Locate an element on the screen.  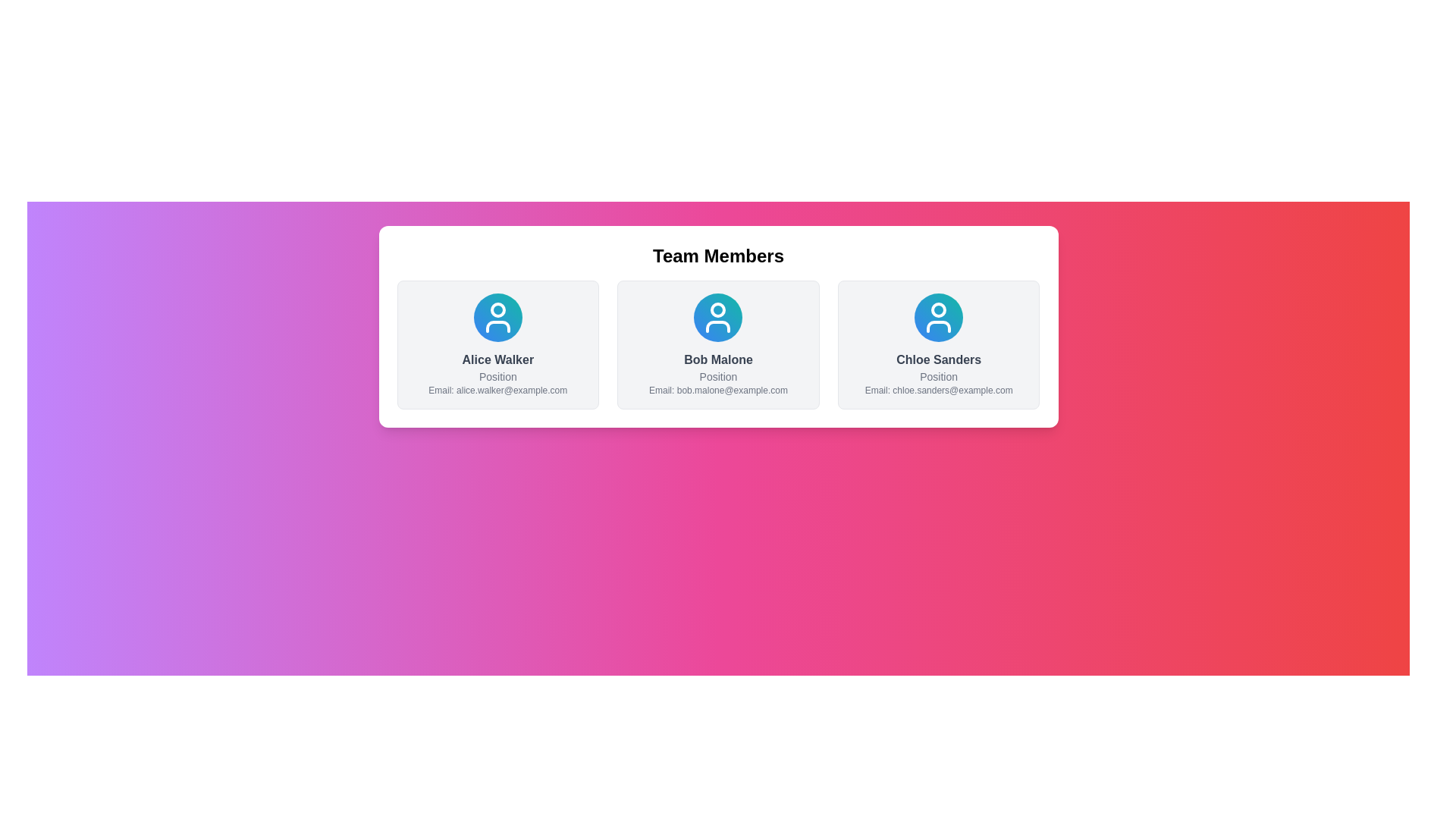
the avatar icon representing the team member profile located in the middle column of the grid, directly above the text 'Bob Malone' is located at coordinates (717, 317).